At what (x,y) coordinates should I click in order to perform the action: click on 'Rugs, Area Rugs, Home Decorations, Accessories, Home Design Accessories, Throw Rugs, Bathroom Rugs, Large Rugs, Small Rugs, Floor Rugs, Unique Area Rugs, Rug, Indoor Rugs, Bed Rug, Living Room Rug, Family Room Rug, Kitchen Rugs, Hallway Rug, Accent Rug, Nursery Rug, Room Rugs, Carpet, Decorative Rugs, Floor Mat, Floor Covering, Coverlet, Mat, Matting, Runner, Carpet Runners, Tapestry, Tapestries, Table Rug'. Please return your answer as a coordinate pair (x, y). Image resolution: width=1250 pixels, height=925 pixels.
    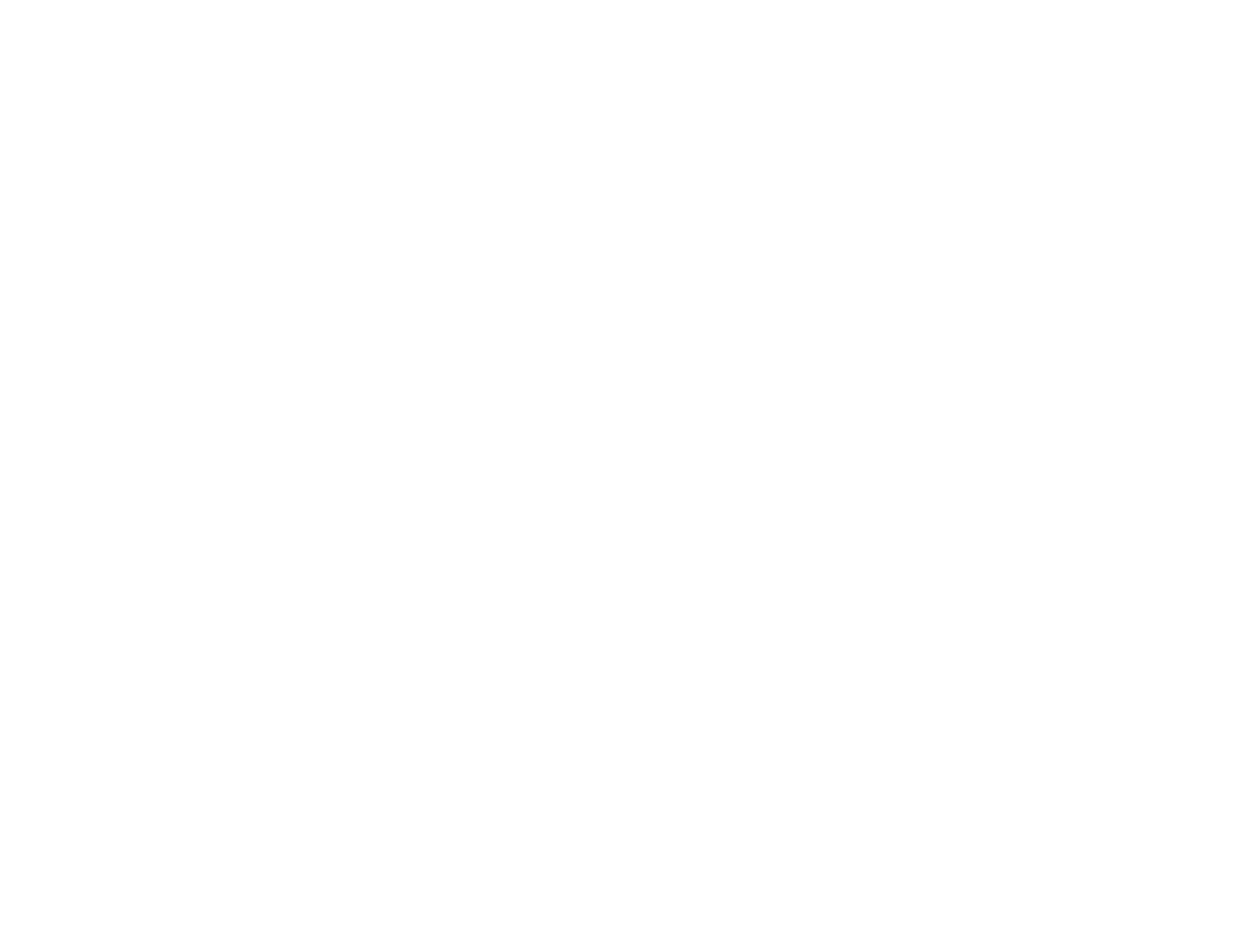
    Looking at the image, I should click on (611, 509).